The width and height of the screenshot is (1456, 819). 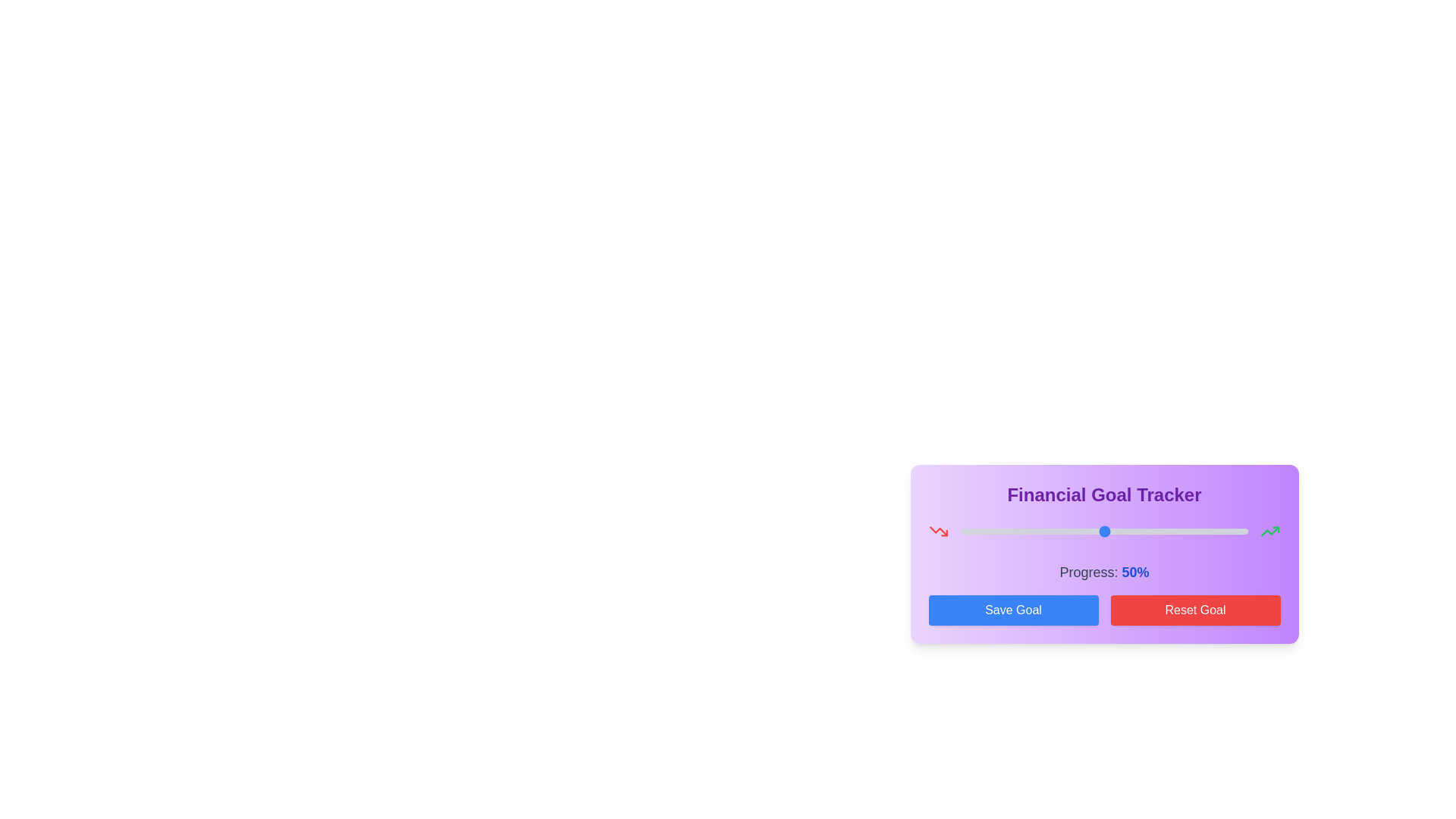 I want to click on the progress slider to 76%, so click(x=1178, y=531).